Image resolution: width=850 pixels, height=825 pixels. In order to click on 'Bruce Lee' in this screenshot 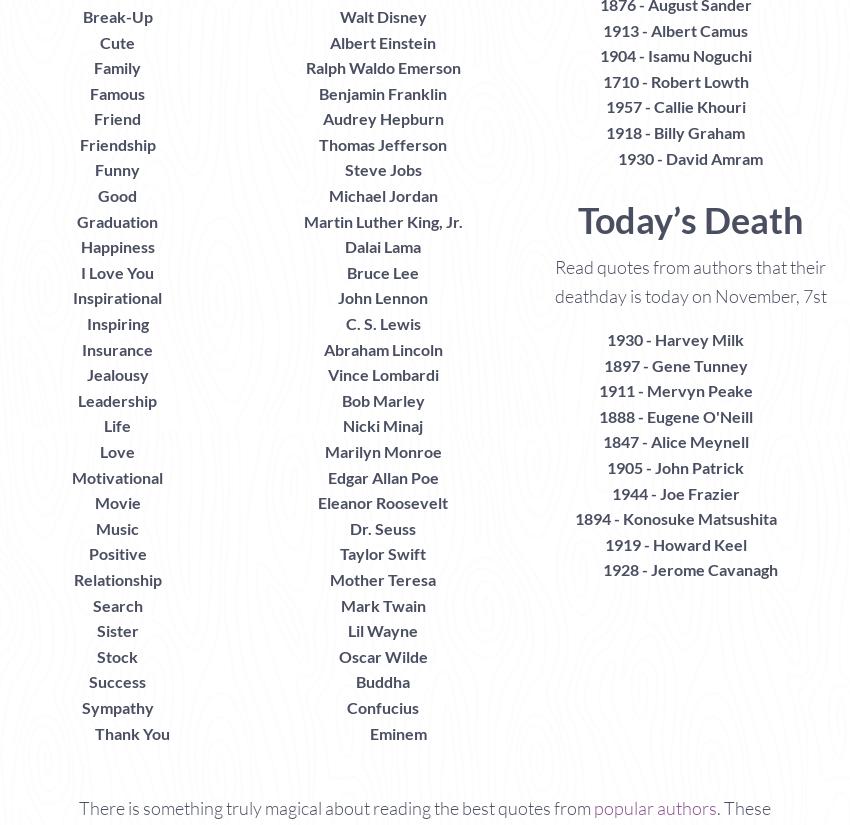, I will do `click(345, 270)`.